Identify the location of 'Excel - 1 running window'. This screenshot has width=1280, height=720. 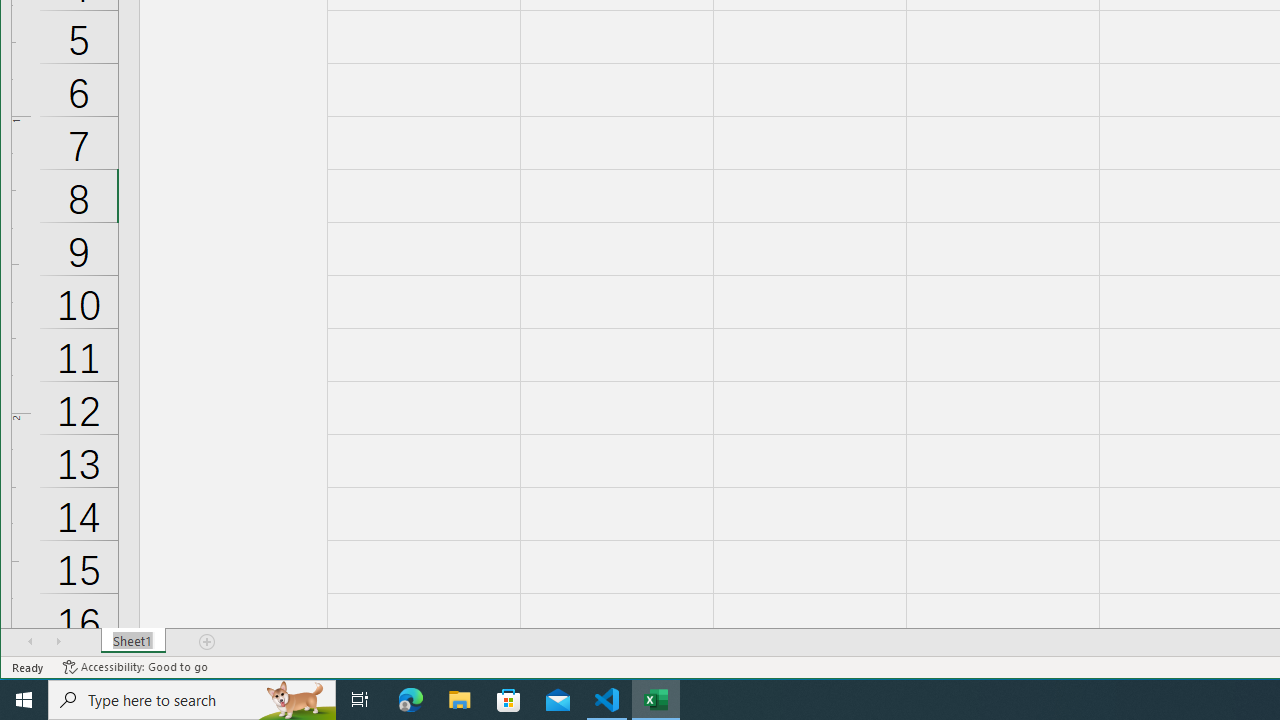
(656, 698).